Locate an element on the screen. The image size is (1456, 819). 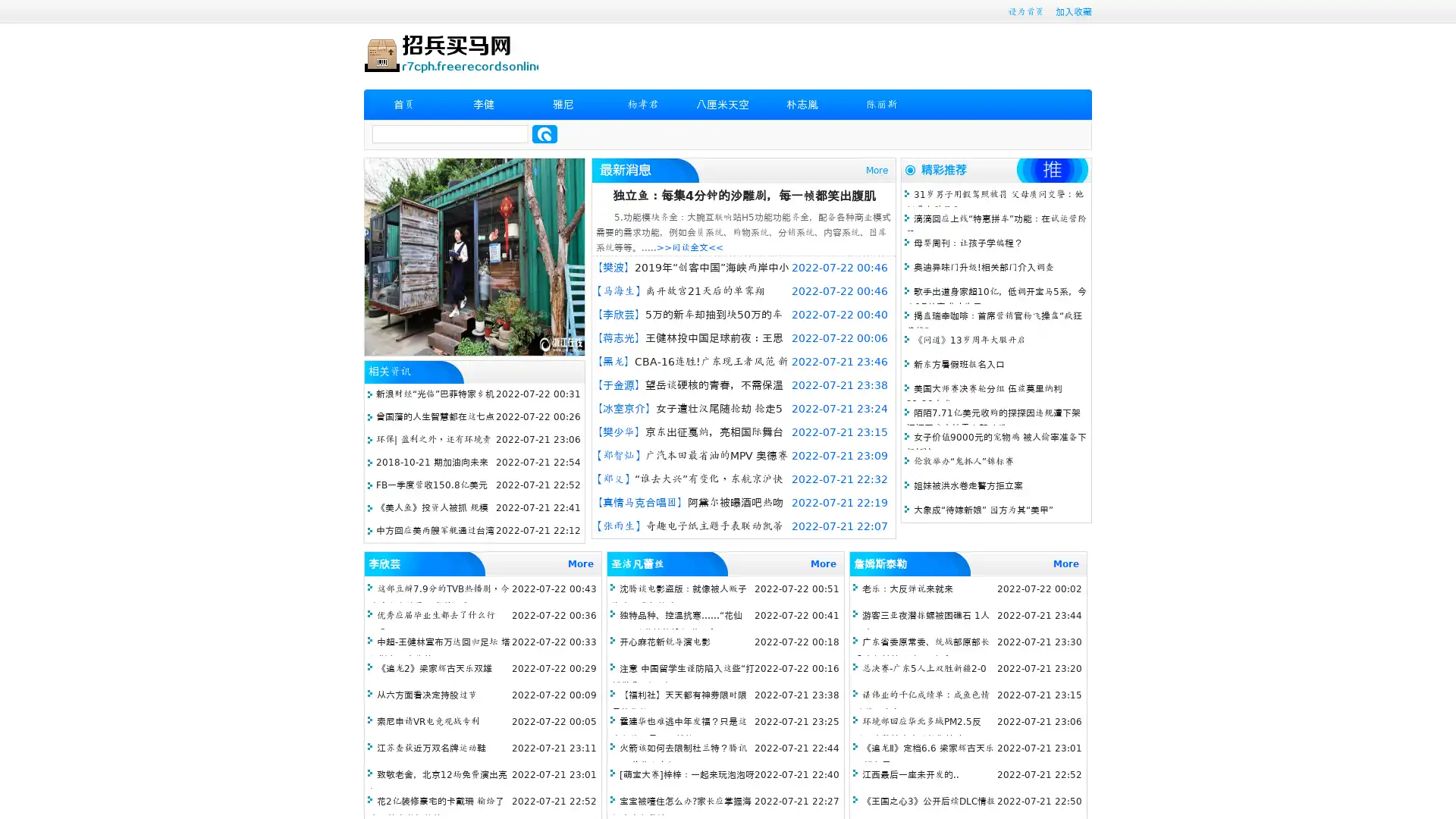
Search is located at coordinates (544, 133).